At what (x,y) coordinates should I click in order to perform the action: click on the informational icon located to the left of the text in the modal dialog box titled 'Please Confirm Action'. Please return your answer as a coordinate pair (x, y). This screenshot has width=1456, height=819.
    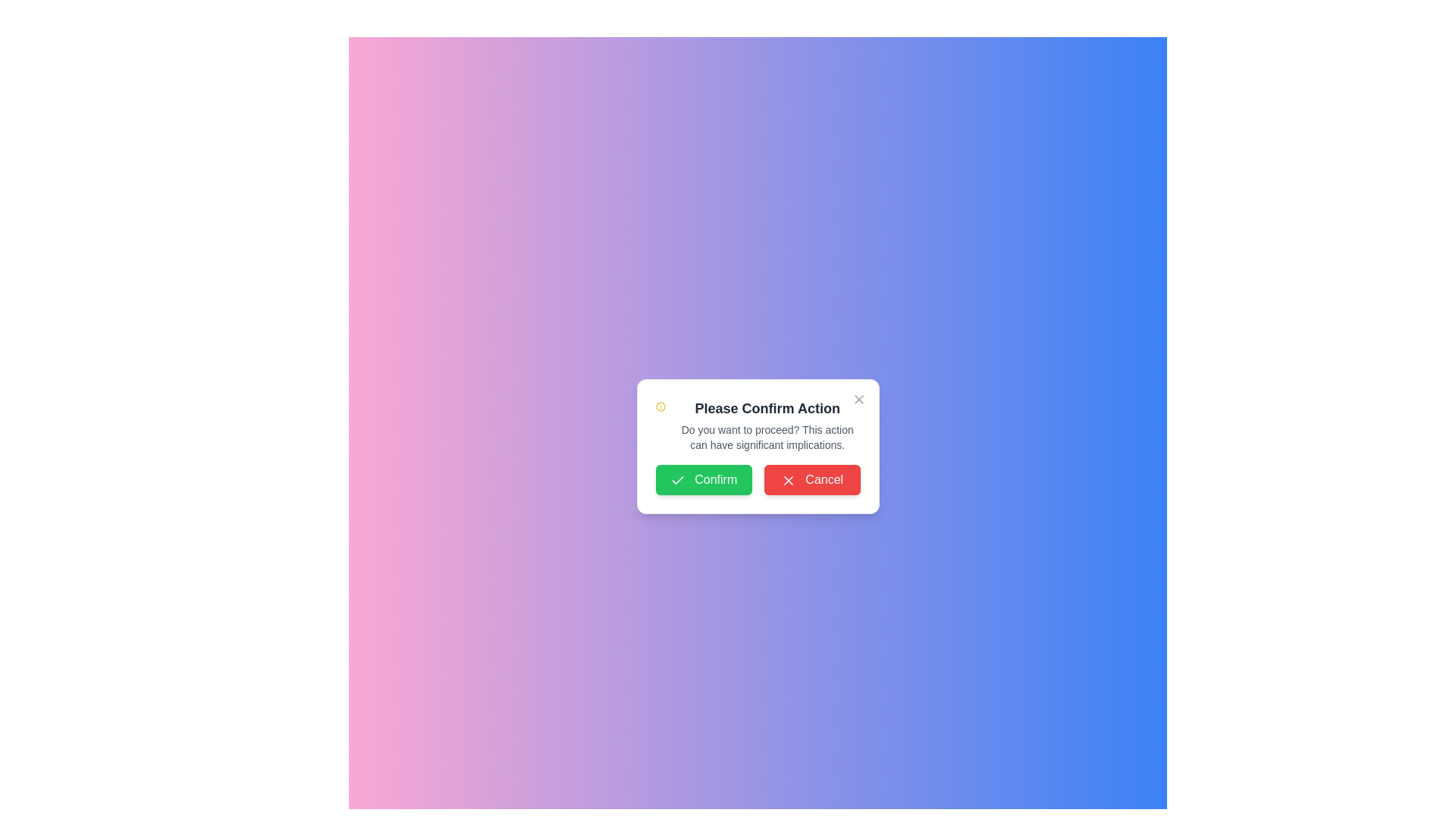
    Looking at the image, I should click on (661, 406).